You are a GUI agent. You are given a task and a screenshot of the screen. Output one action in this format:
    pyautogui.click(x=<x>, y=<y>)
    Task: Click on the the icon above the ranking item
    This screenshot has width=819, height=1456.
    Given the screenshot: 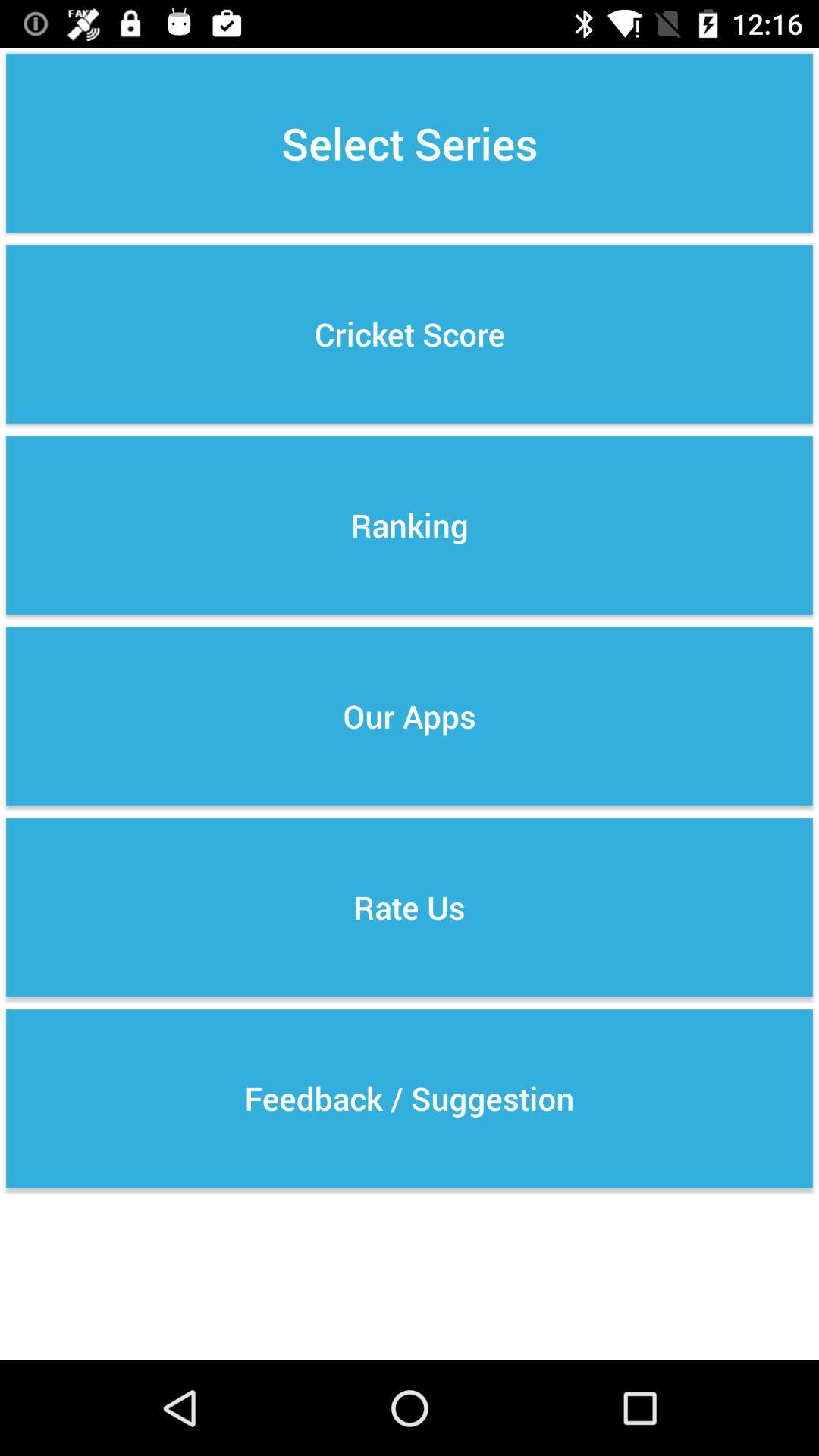 What is the action you would take?
    pyautogui.click(x=409, y=334)
    